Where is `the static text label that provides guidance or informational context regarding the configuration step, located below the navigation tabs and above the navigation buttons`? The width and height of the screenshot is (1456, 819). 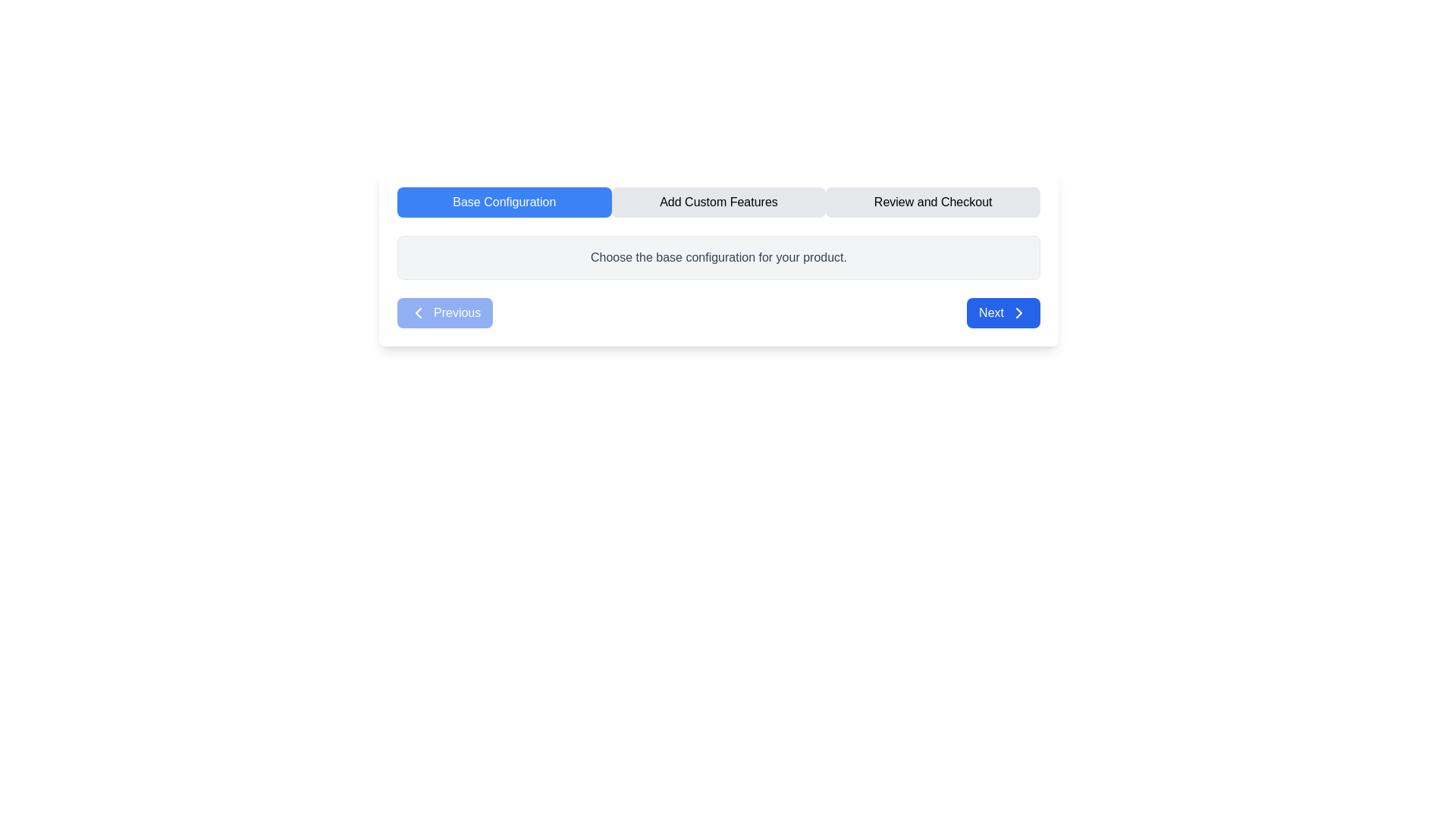
the static text label that provides guidance or informational context regarding the configuration step, located below the navigation tabs and above the navigation buttons is located at coordinates (718, 256).